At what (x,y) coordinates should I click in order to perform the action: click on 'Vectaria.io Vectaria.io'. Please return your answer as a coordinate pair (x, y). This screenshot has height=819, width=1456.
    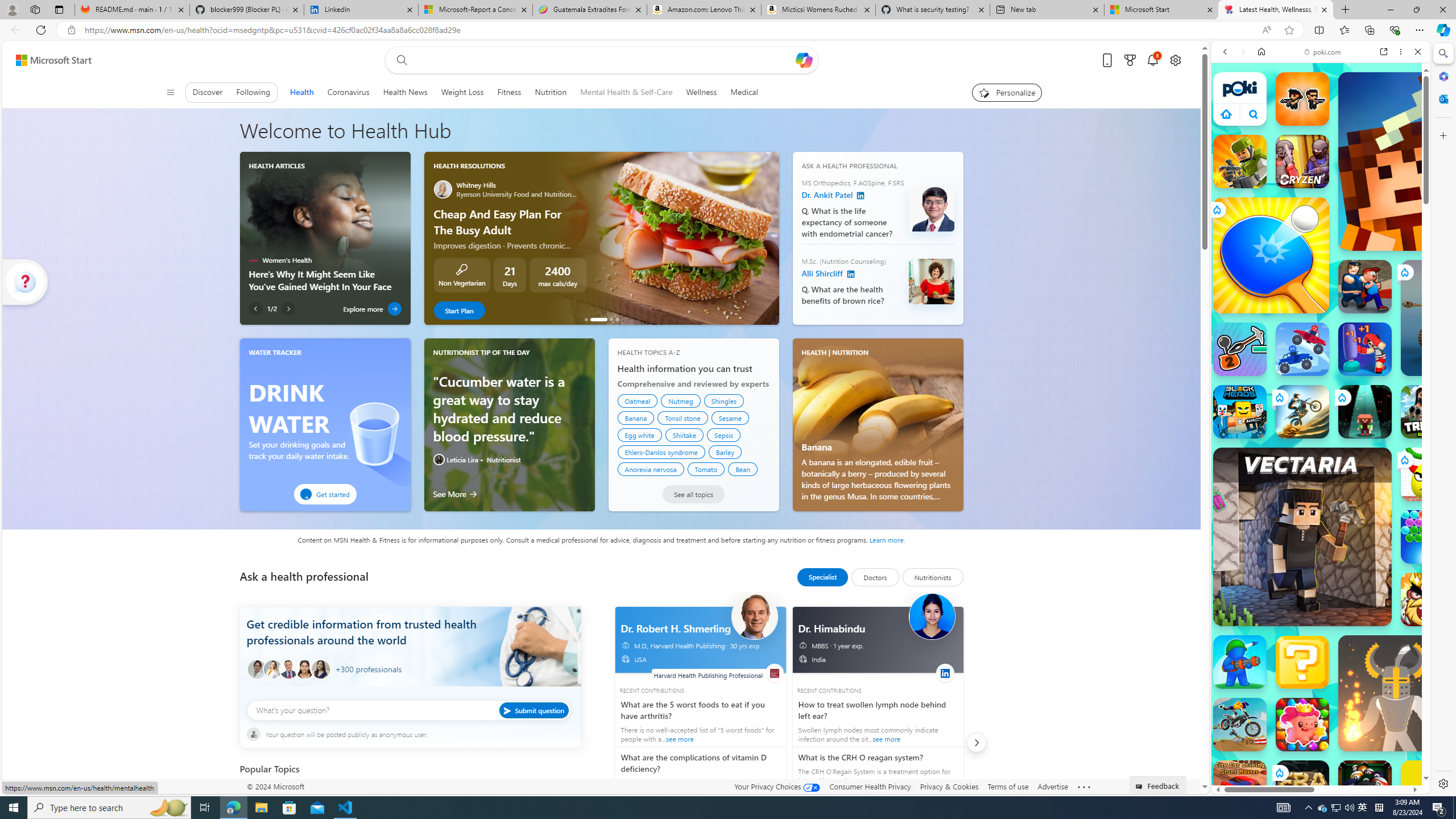
    Looking at the image, I should click on (1301, 536).